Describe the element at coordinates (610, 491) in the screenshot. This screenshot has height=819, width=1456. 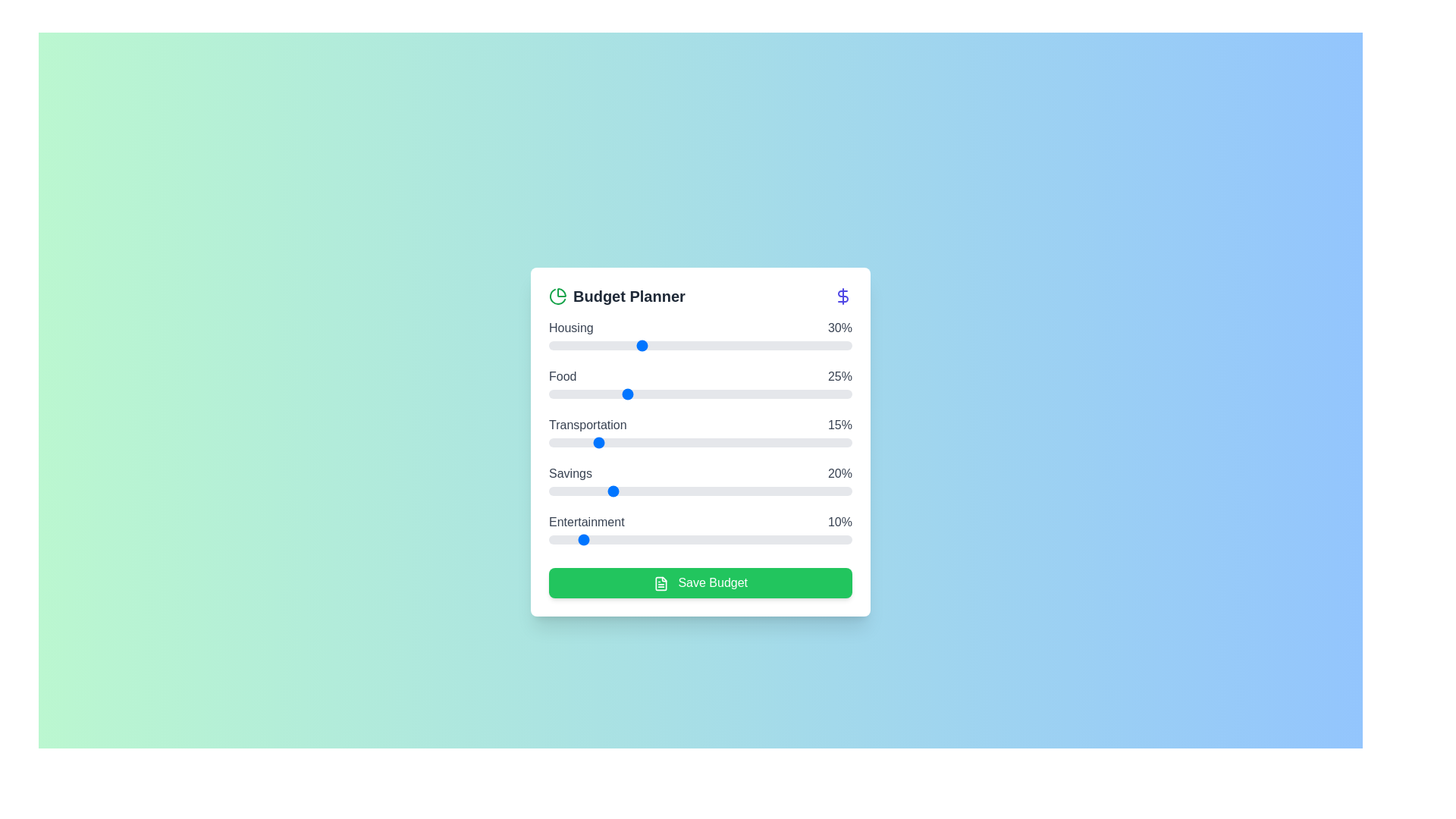
I see `the 'Savings' slider to 20% allocation` at that location.